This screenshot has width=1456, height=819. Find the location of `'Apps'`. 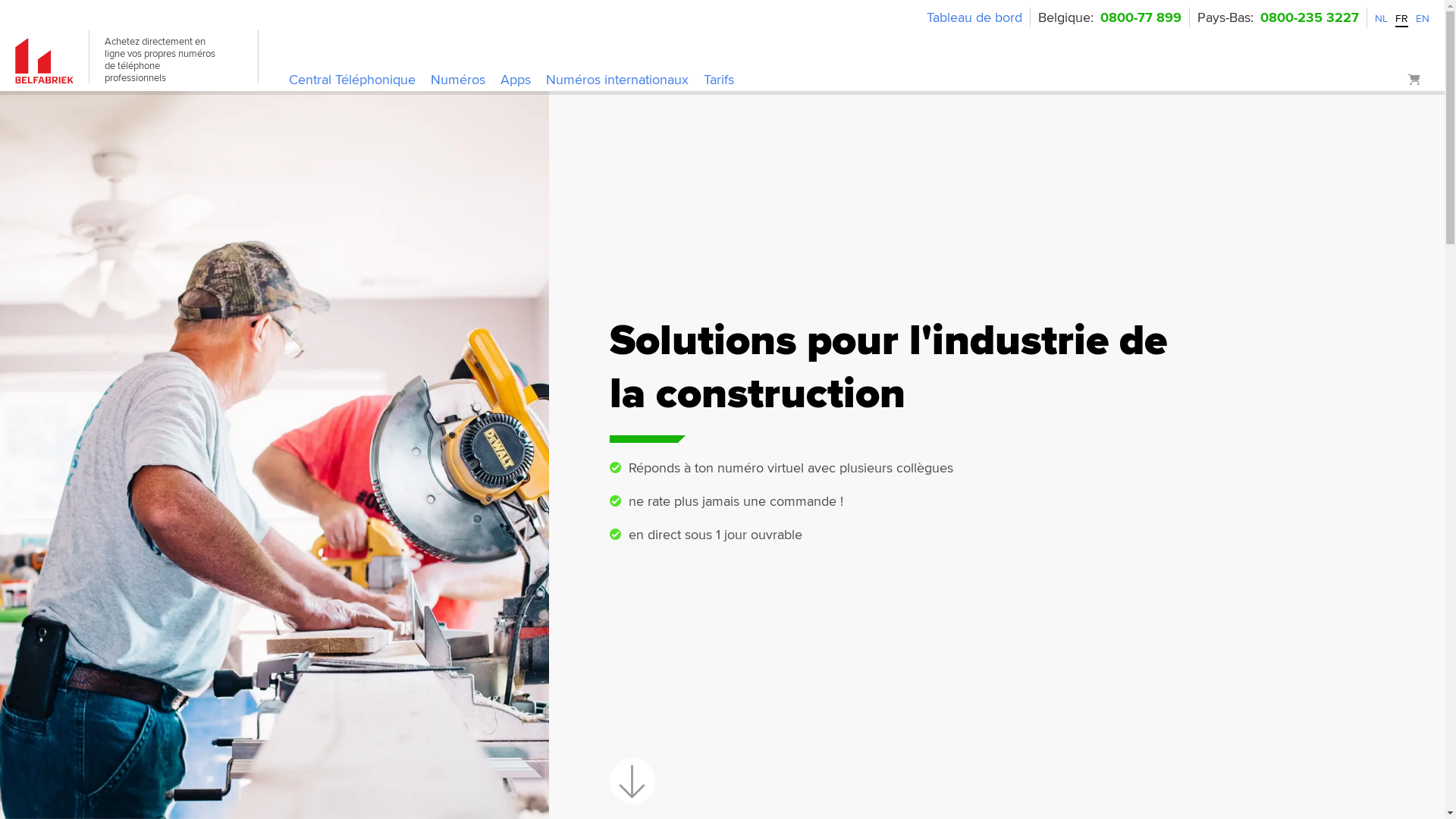

'Apps' is located at coordinates (500, 80).